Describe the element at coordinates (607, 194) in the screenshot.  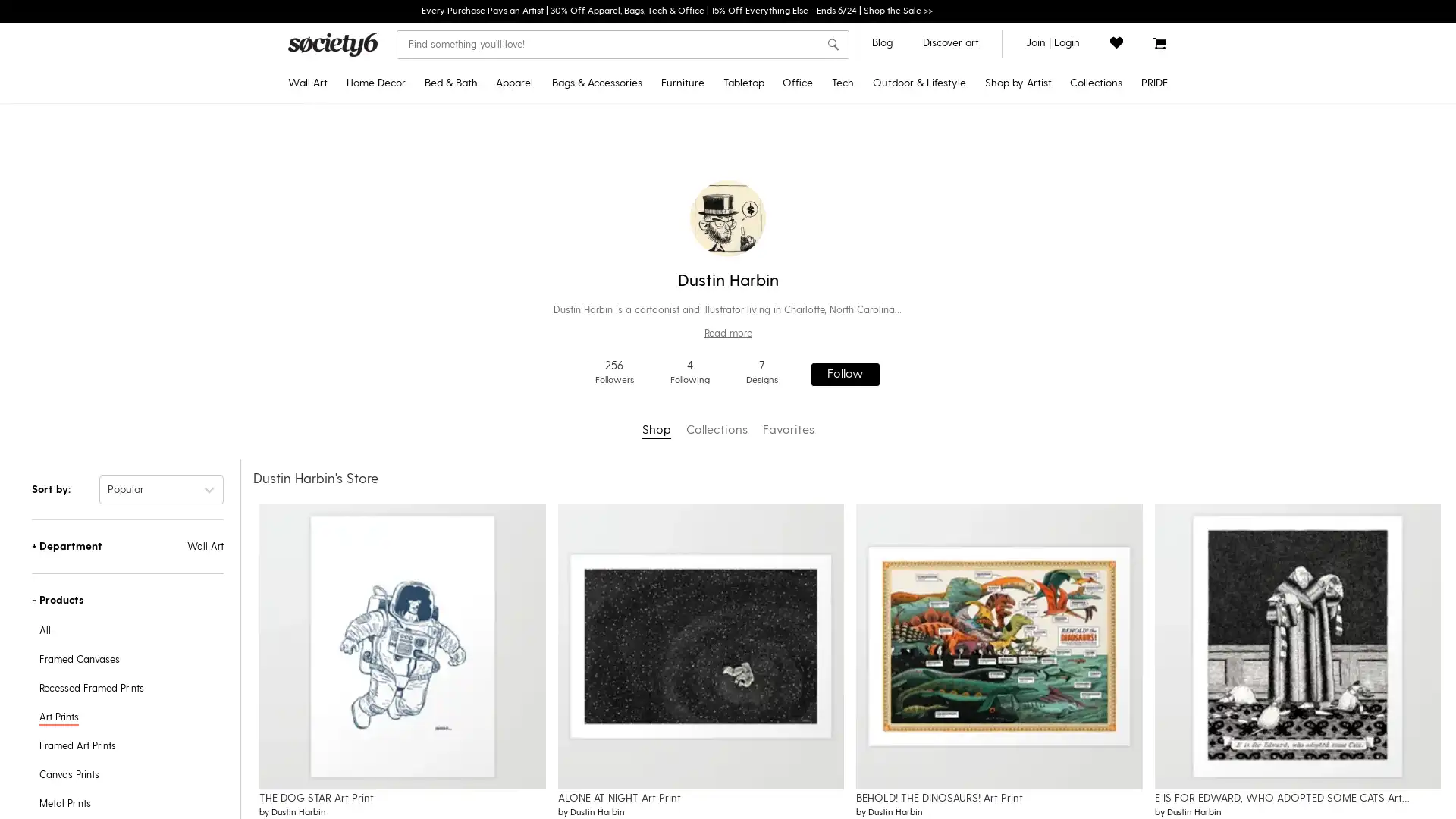
I see `Duffle Bags` at that location.